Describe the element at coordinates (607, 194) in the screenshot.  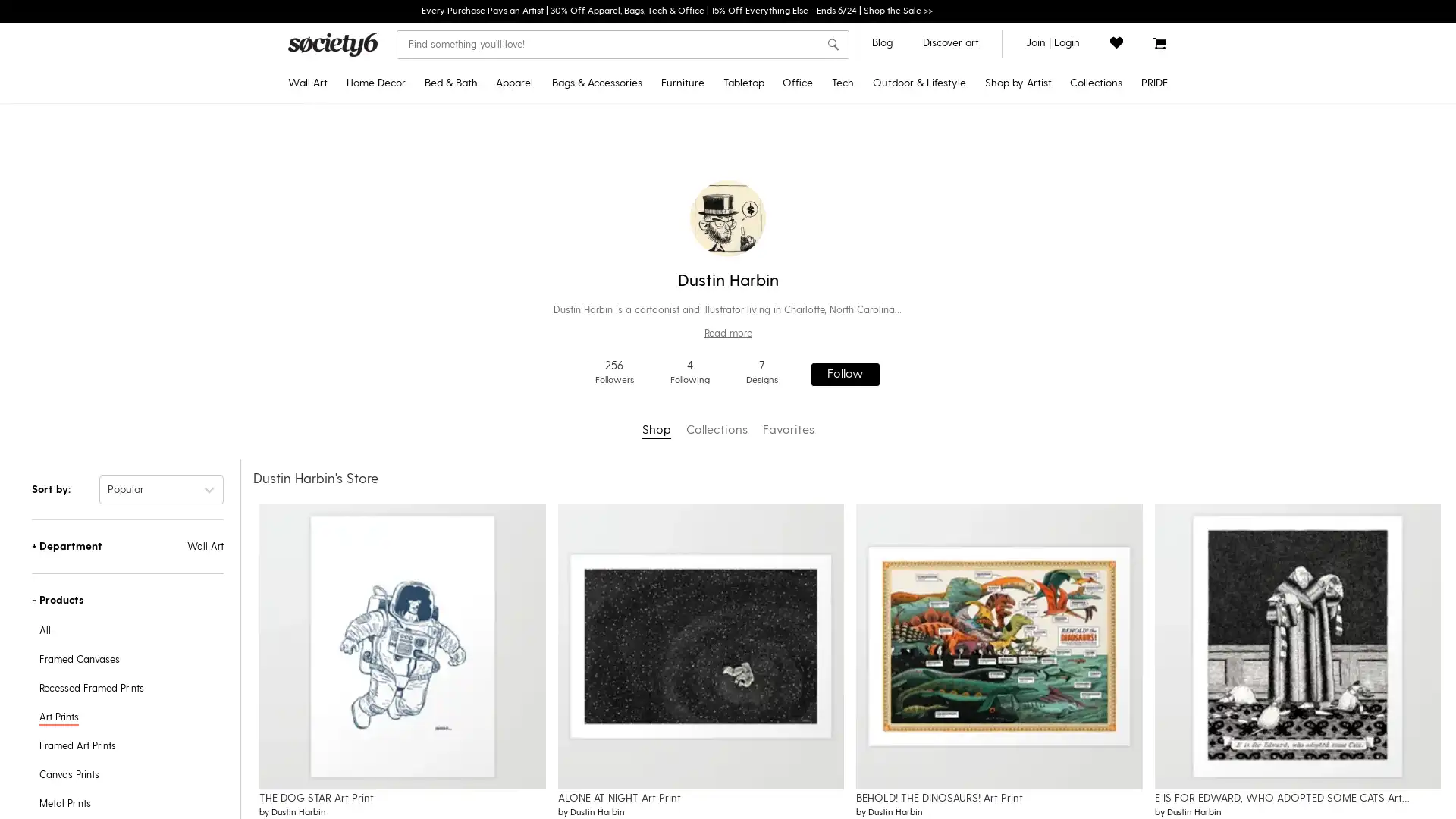
I see `Duffle Bags` at that location.